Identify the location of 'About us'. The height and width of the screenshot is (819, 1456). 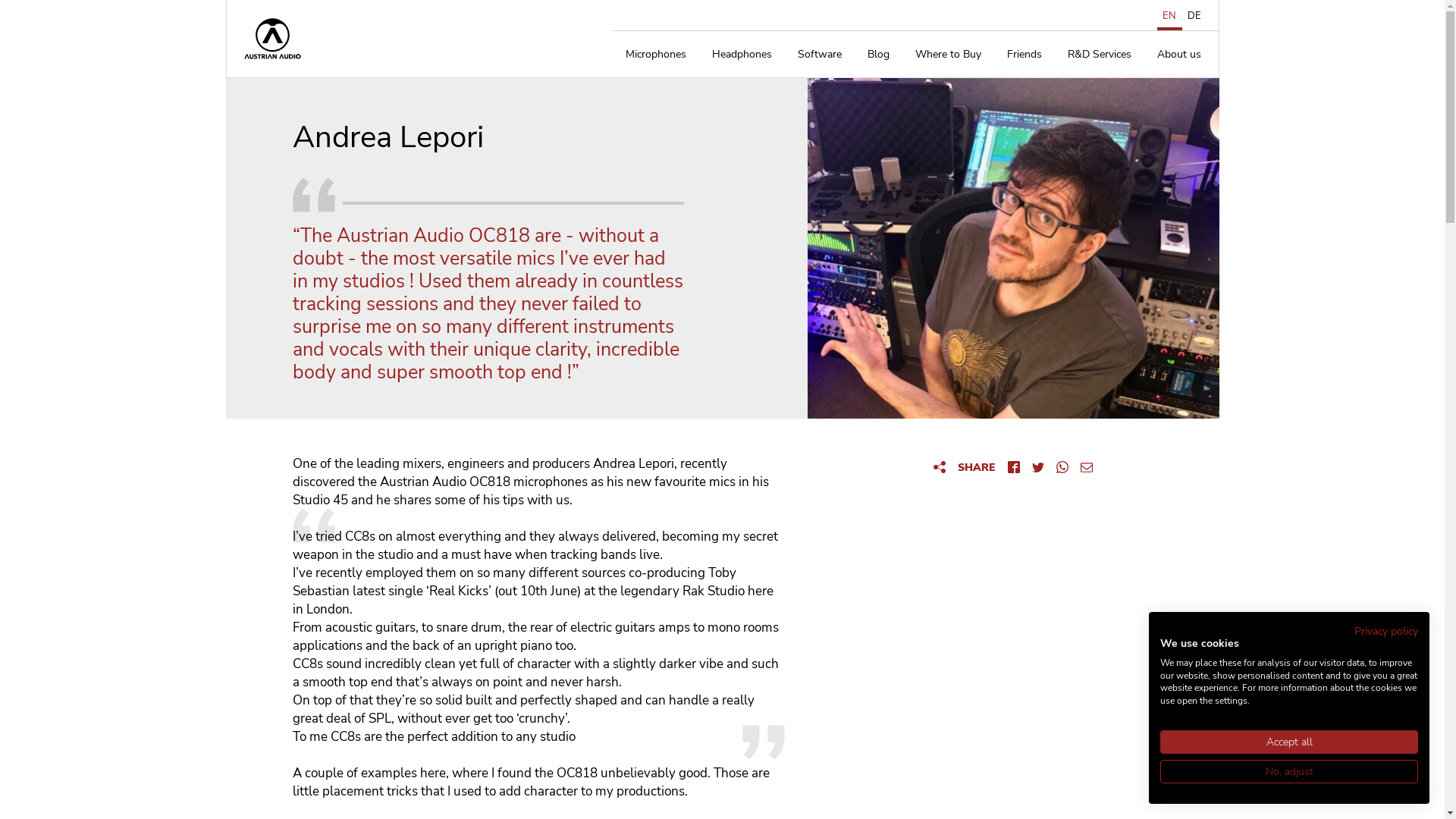
(1178, 54).